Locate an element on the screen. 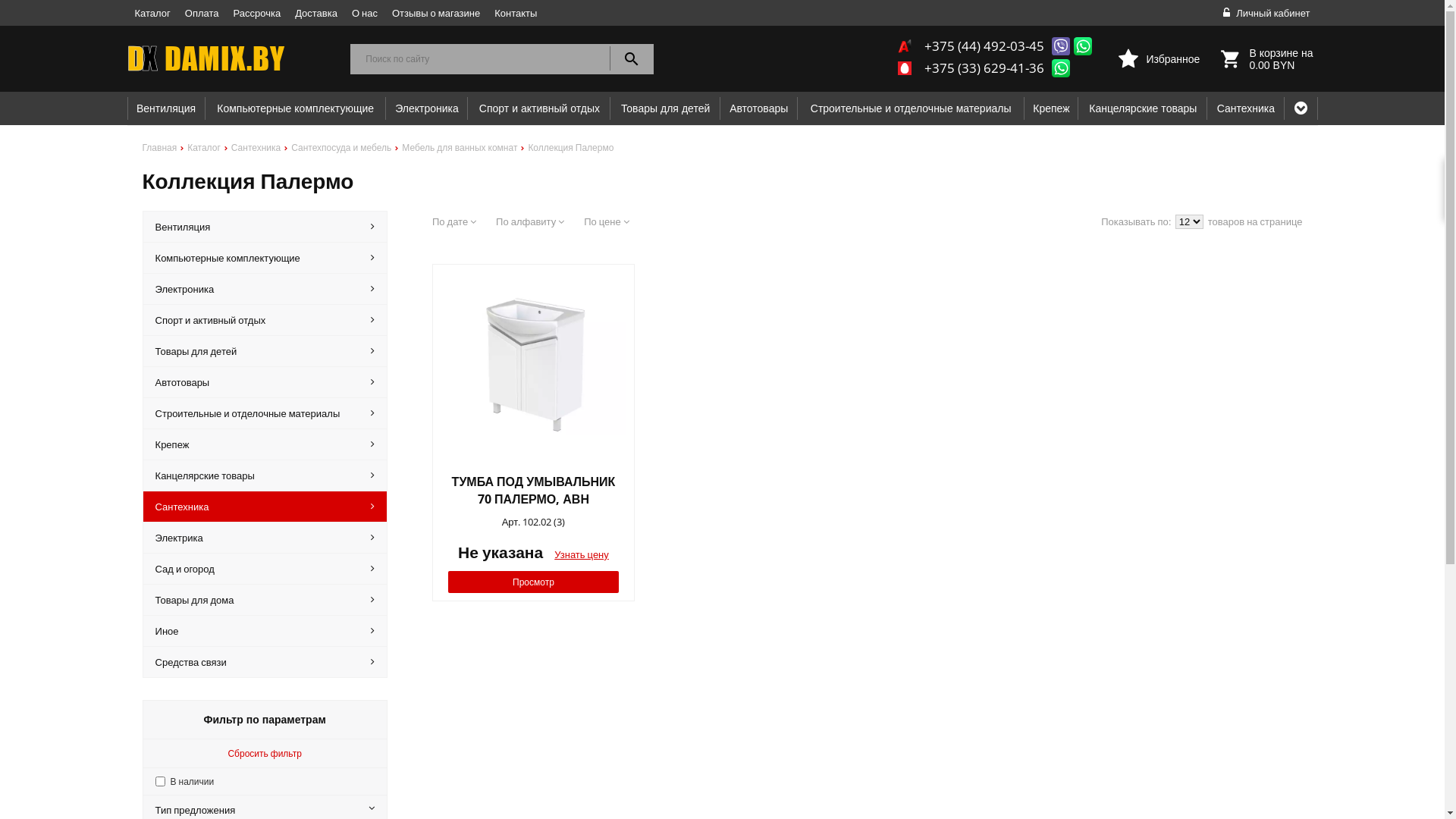 This screenshot has width=1456, height=819. 'DX is located at coordinates (231, 58).